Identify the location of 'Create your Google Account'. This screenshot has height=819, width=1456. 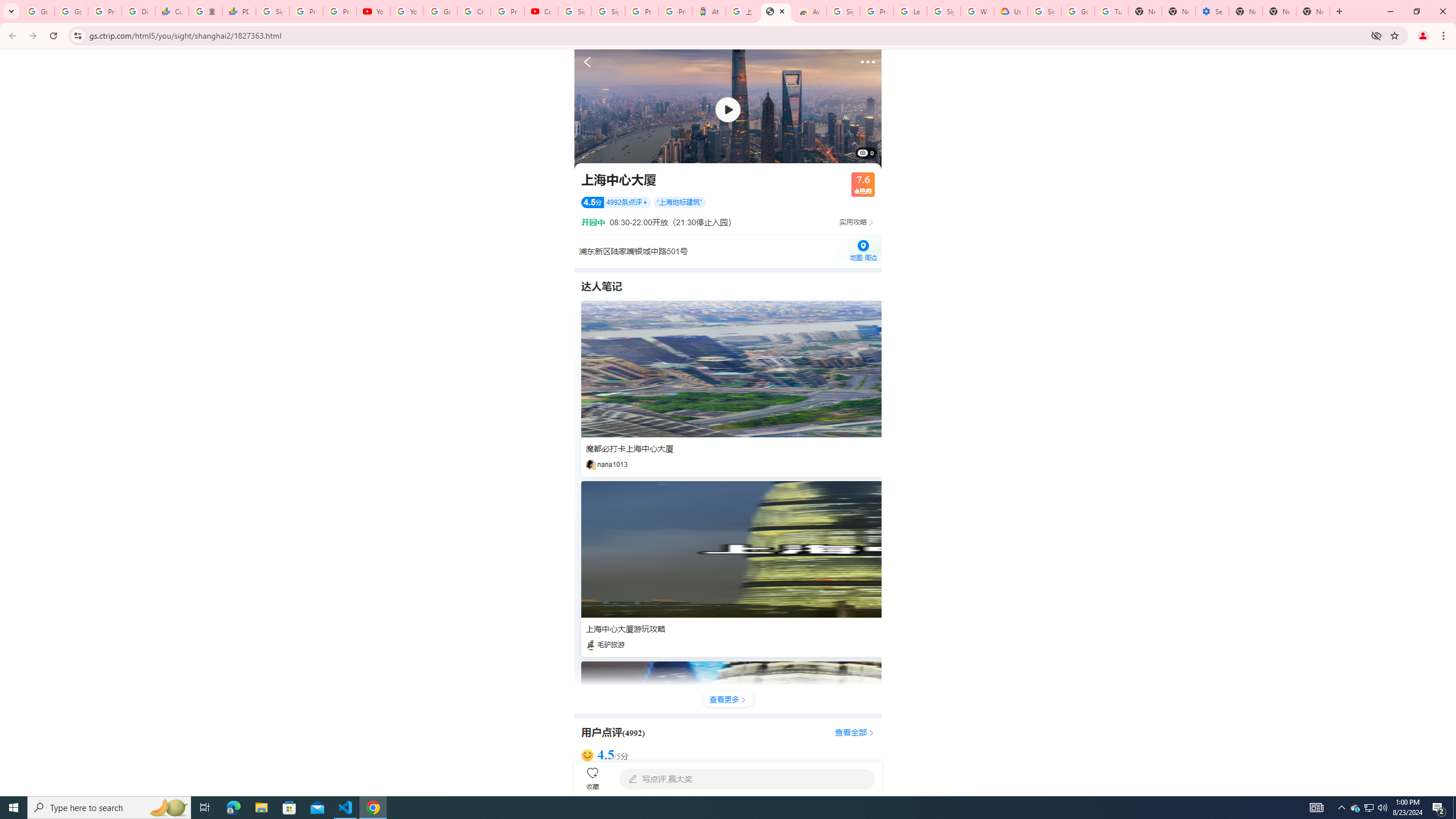
(474, 11).